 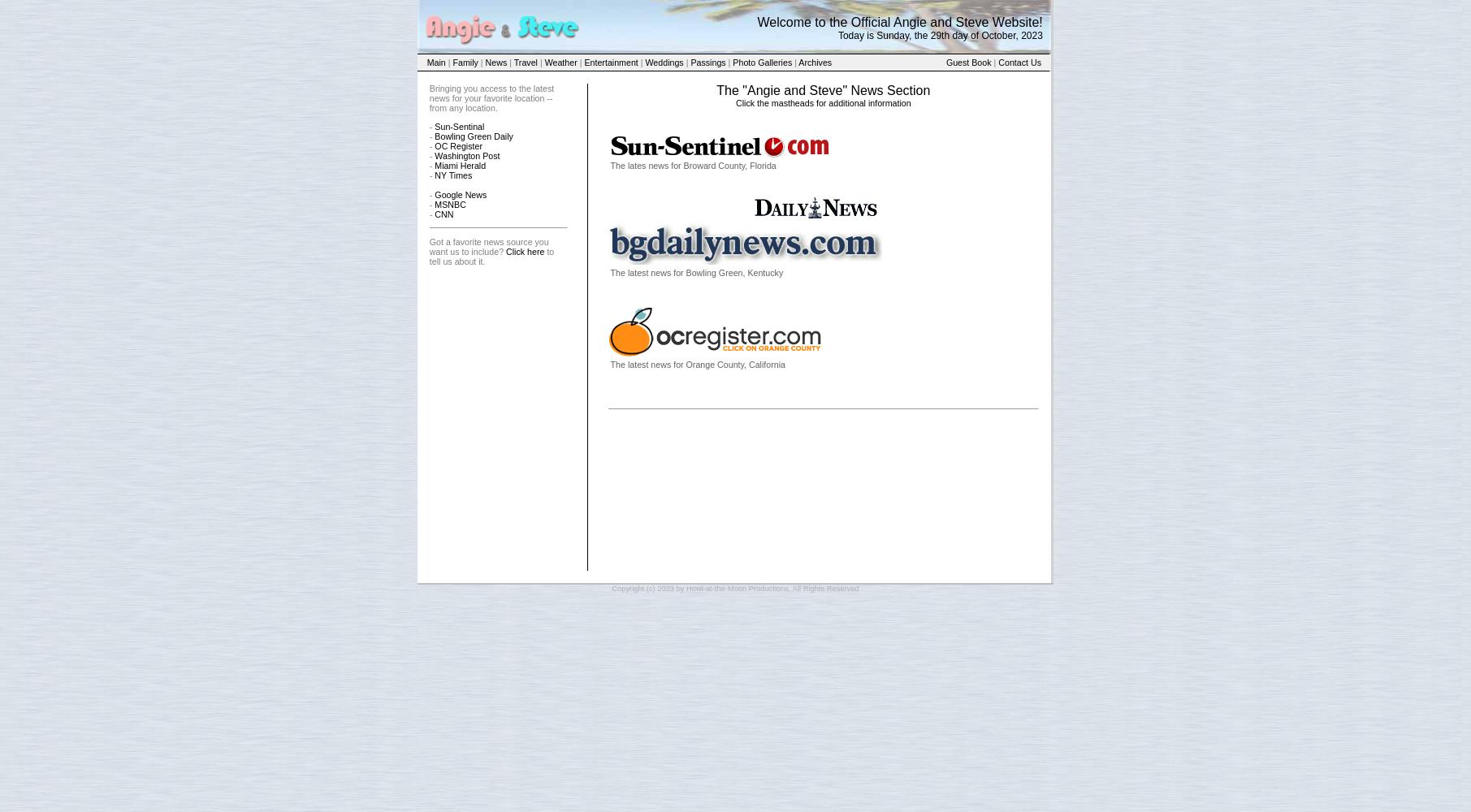 I want to click on 'Welcome to the Official Angie and Steve Website!', so click(x=755, y=21).